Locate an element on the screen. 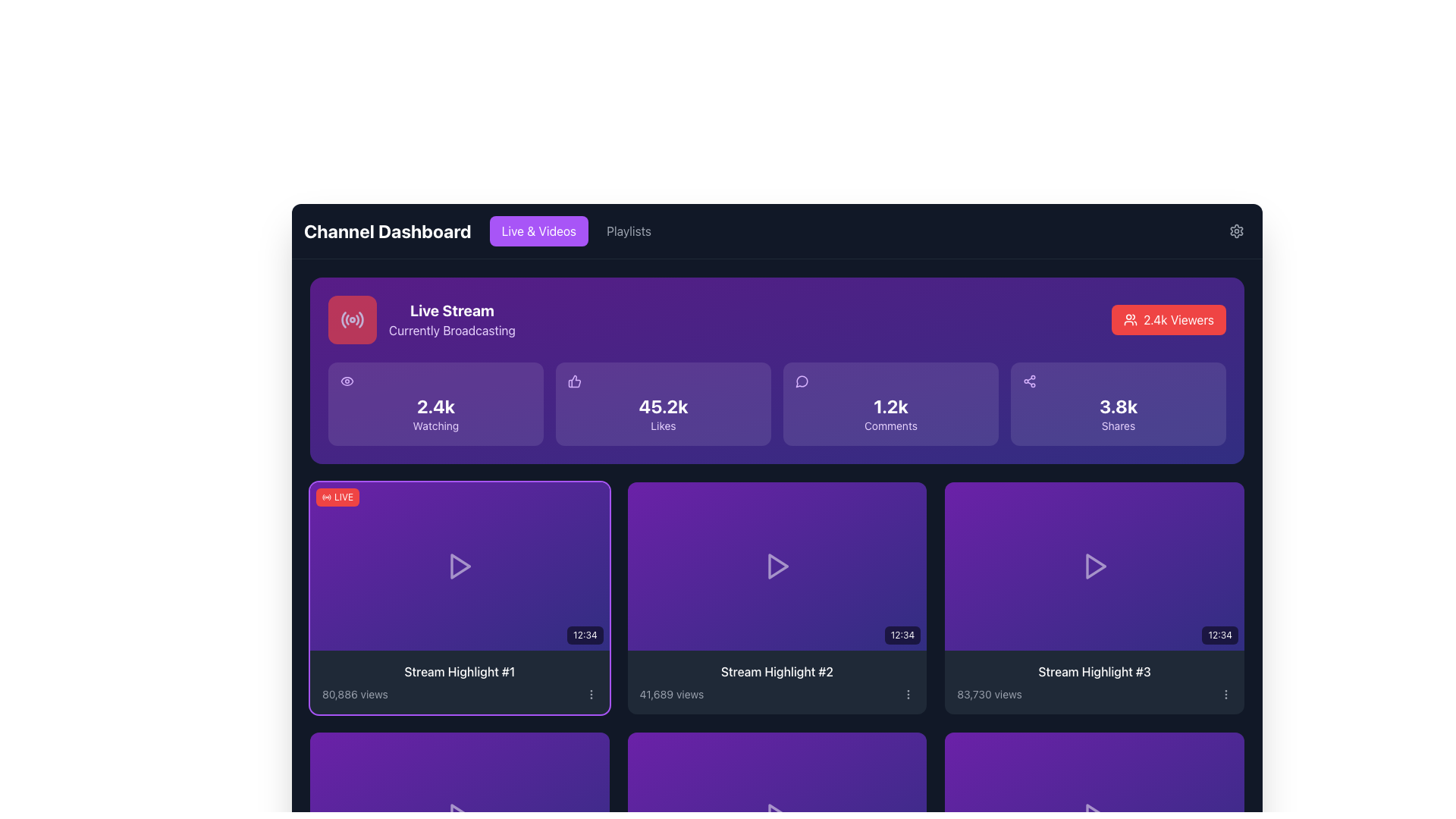 The height and width of the screenshot is (819, 1456). the Information card displaying the count of likes, which is the second card from the left in the first row of a four-column grid is located at coordinates (663, 403).